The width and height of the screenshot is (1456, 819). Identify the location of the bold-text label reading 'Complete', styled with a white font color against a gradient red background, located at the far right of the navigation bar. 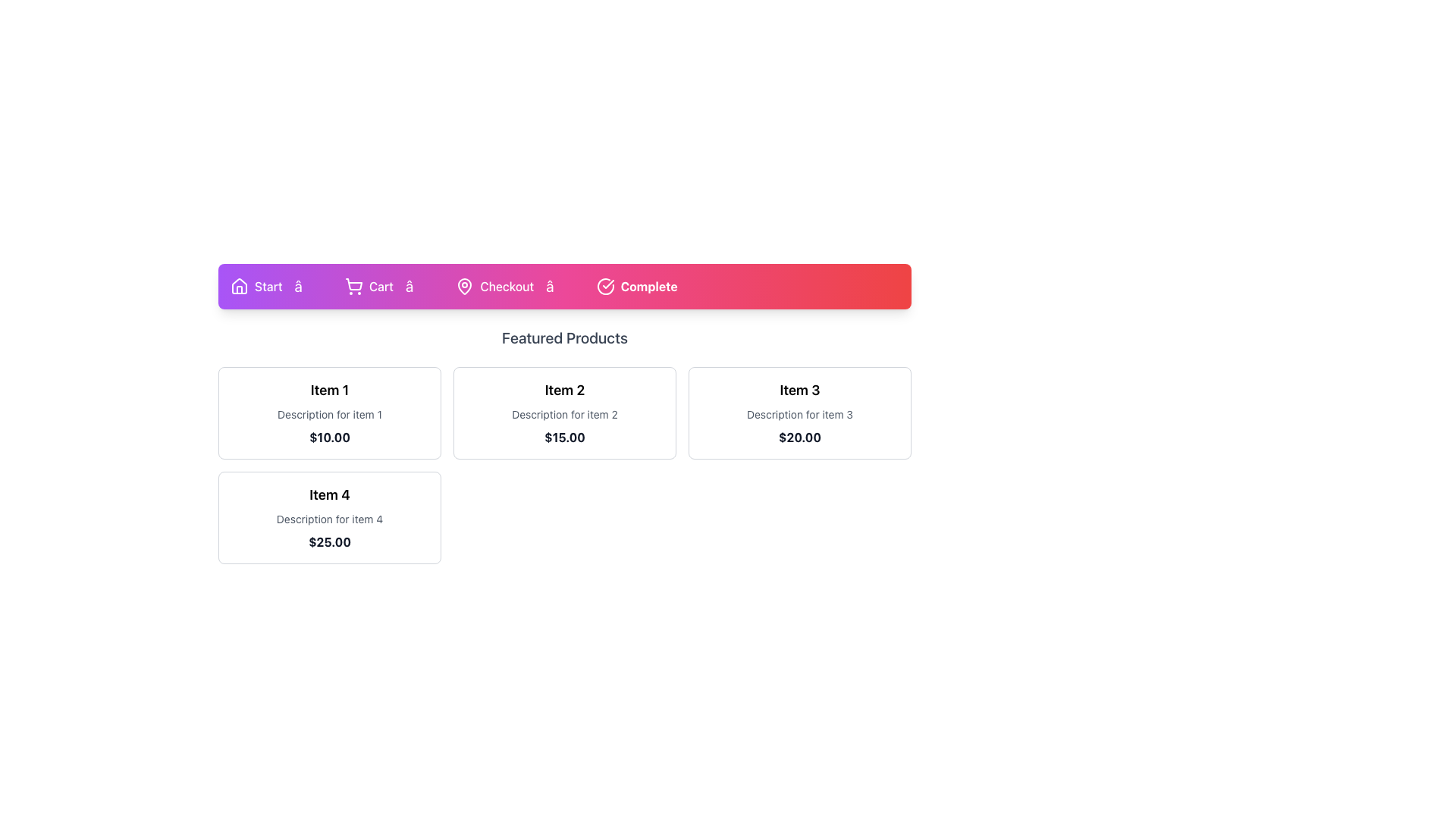
(649, 287).